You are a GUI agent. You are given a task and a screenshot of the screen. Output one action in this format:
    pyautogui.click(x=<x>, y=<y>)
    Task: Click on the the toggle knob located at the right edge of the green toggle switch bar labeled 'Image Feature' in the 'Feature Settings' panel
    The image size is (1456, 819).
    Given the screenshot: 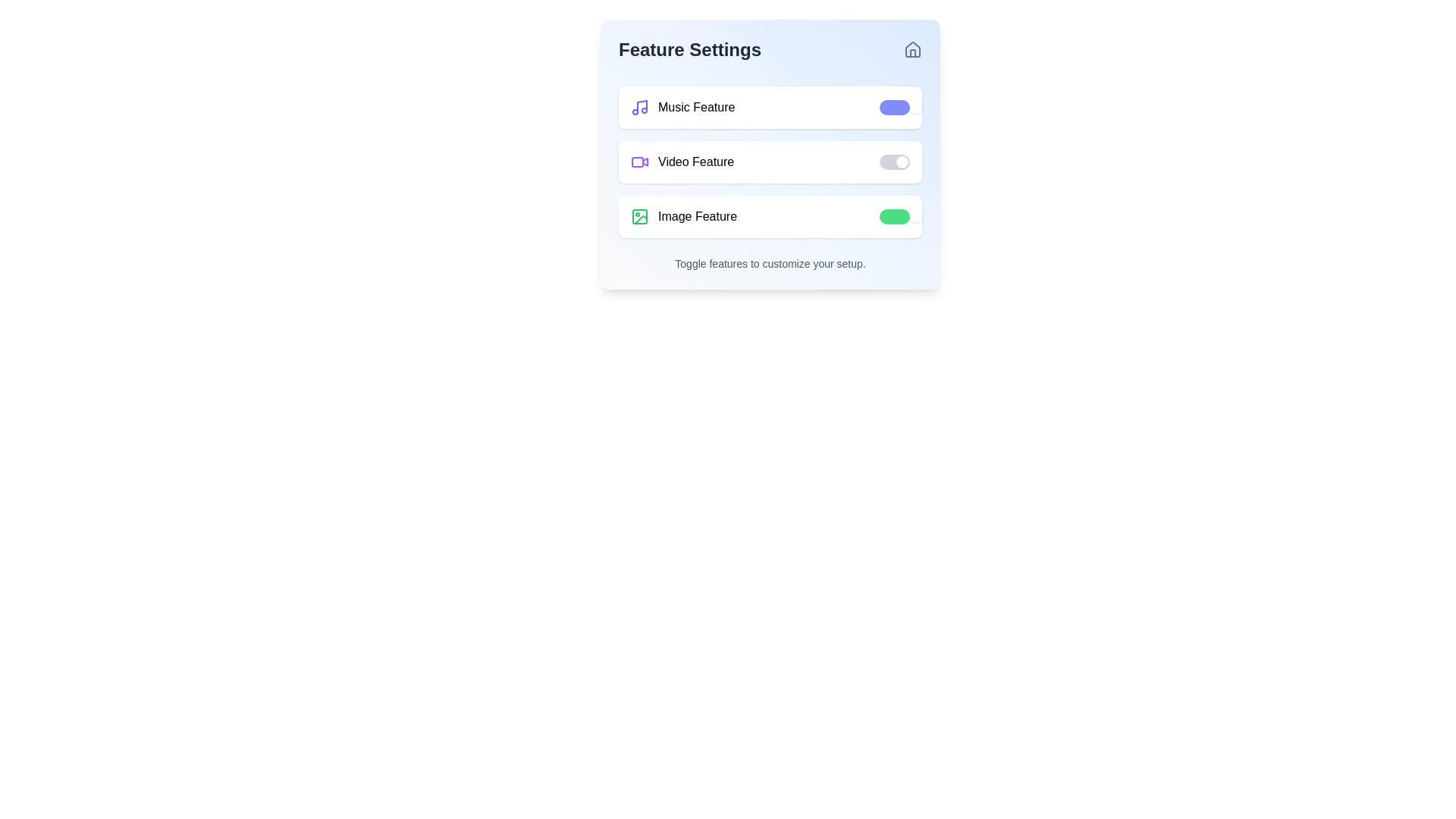 What is the action you would take?
    pyautogui.click(x=915, y=216)
    